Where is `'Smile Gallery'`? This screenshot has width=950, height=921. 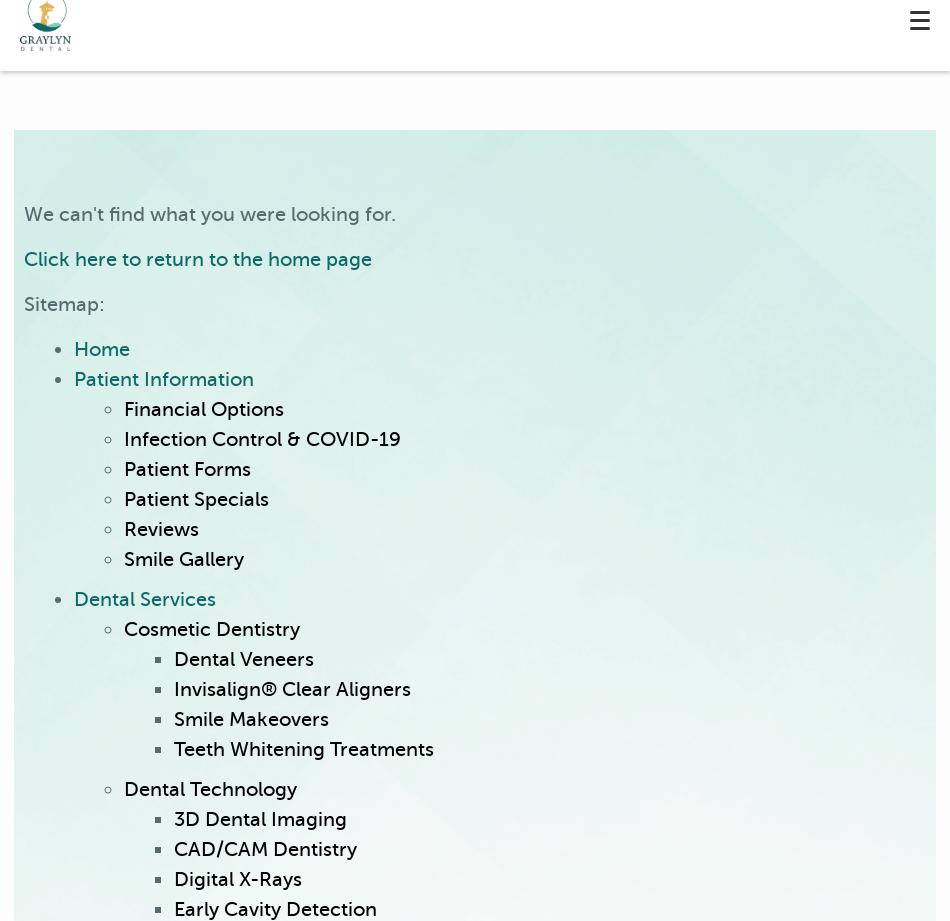
'Smile Gallery' is located at coordinates (184, 558).